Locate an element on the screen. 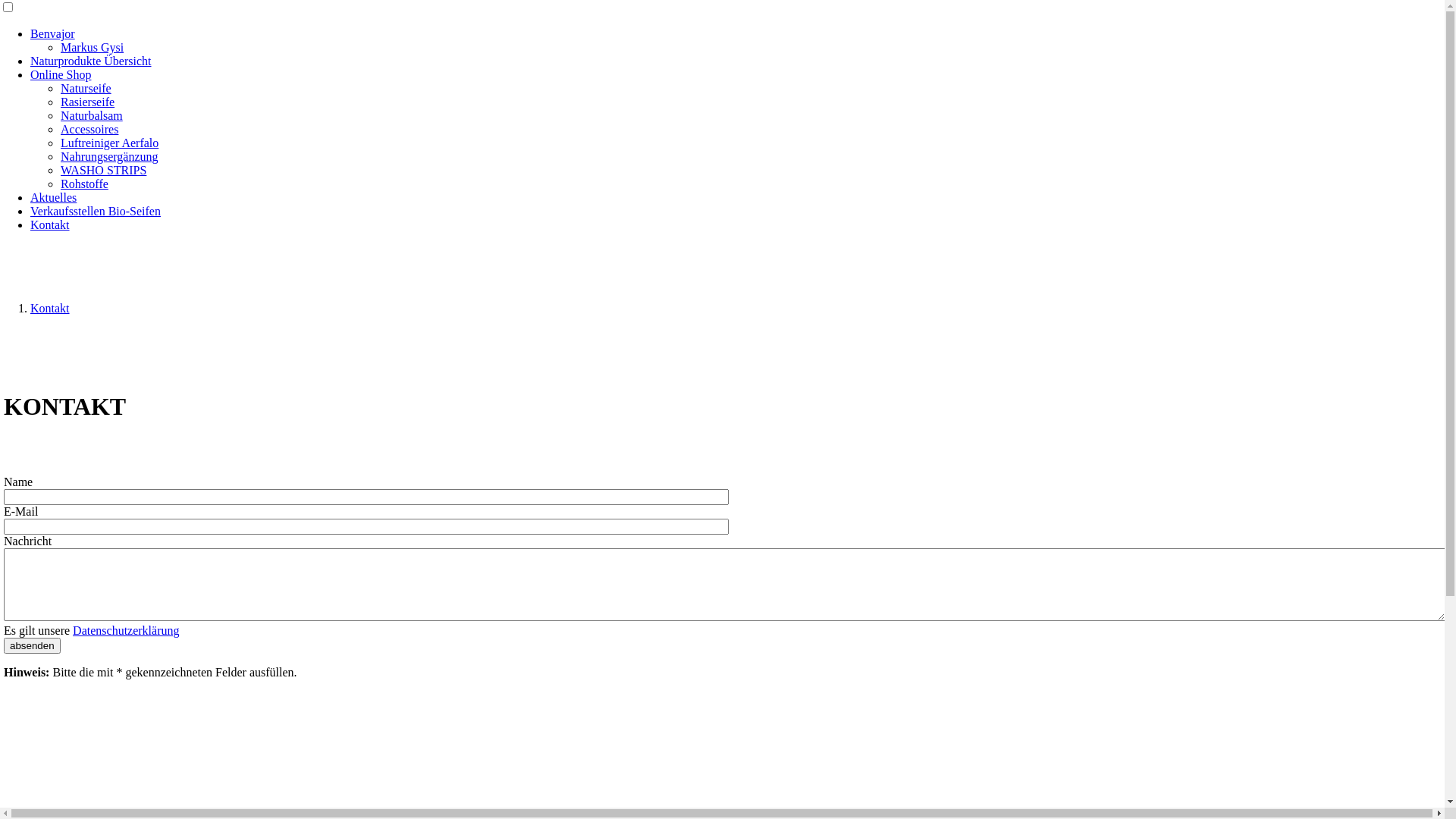 This screenshot has height=819, width=1456. 'Markus Gysi' is located at coordinates (61, 46).